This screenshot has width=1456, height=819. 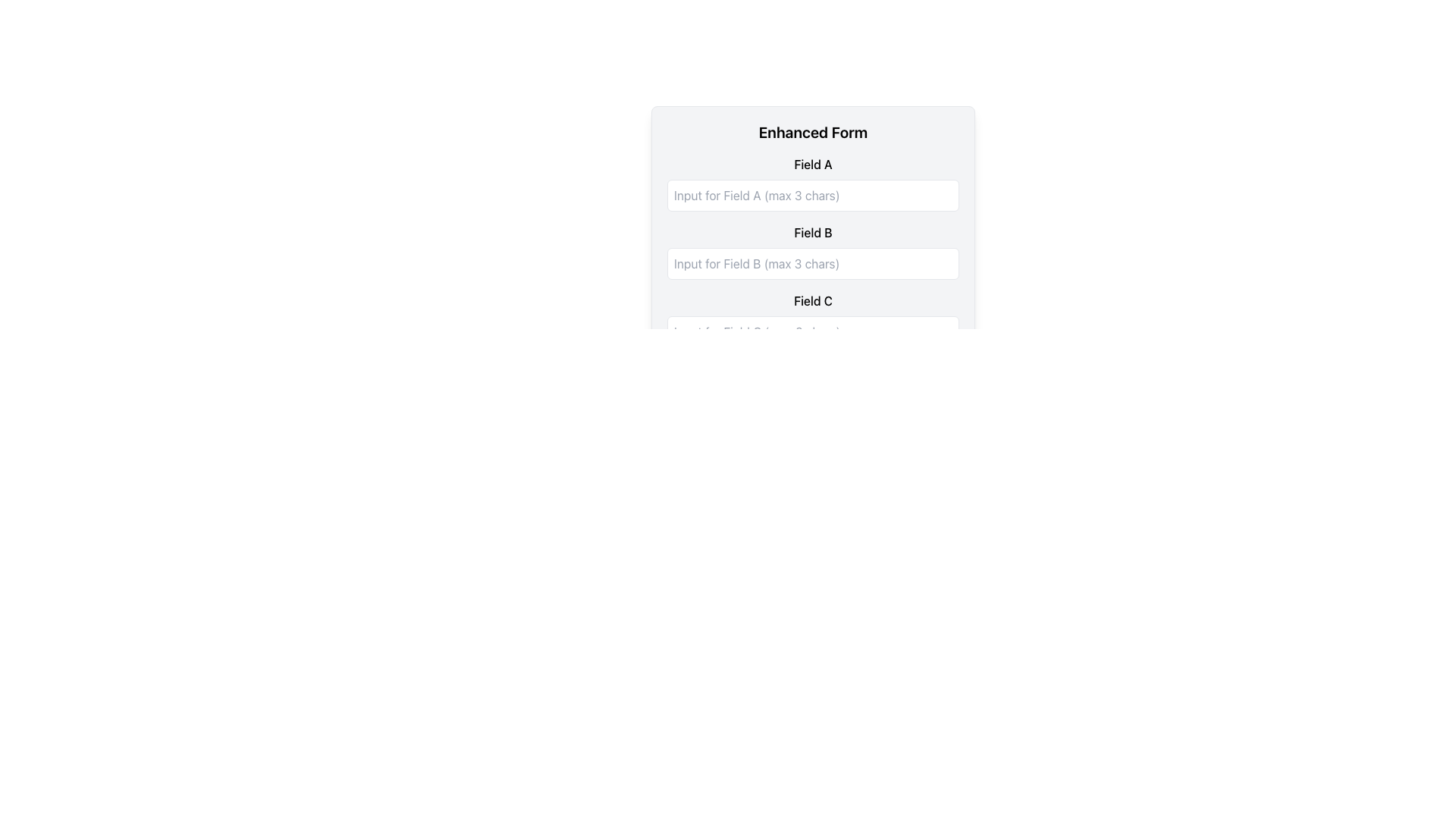 I want to click on the text input field for 'Field A' to focus on it, so click(x=812, y=208).